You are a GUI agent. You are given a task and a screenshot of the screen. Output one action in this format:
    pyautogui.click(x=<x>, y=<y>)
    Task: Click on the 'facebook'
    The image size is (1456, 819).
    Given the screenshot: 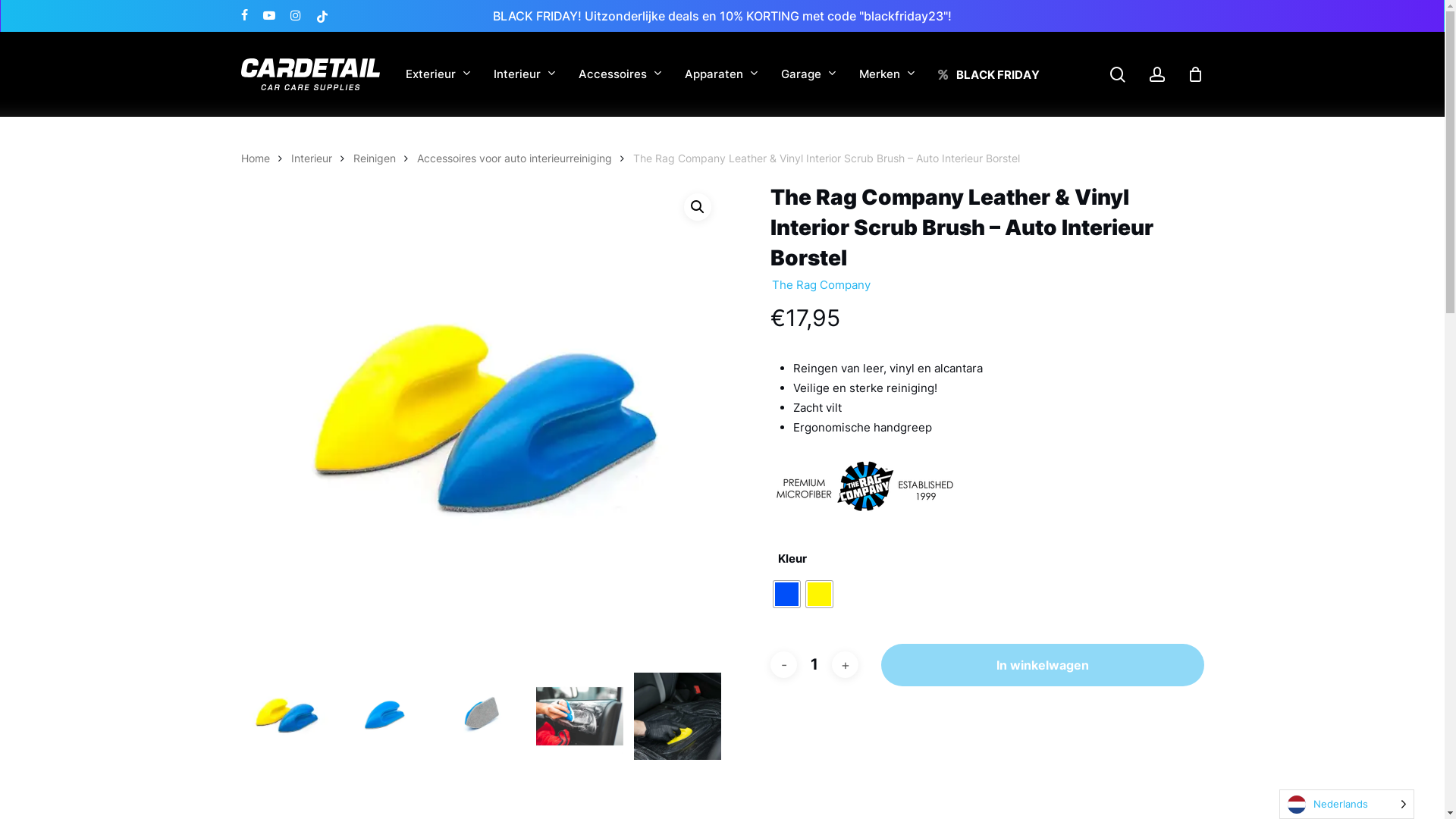 What is the action you would take?
    pyautogui.click(x=244, y=15)
    